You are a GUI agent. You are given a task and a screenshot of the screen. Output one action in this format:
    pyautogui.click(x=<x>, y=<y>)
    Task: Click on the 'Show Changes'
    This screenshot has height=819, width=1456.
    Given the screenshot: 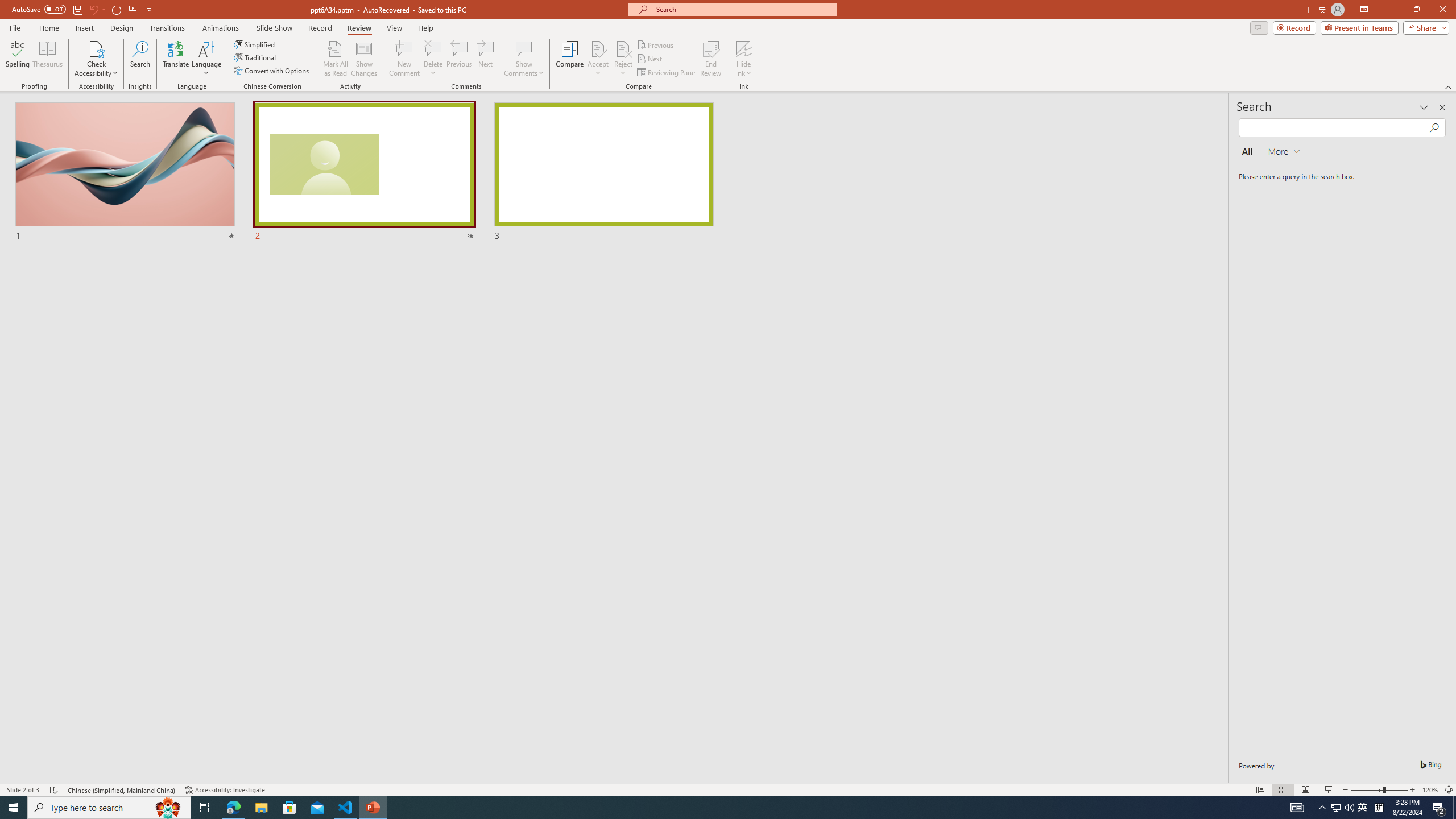 What is the action you would take?
    pyautogui.click(x=364, y=59)
    